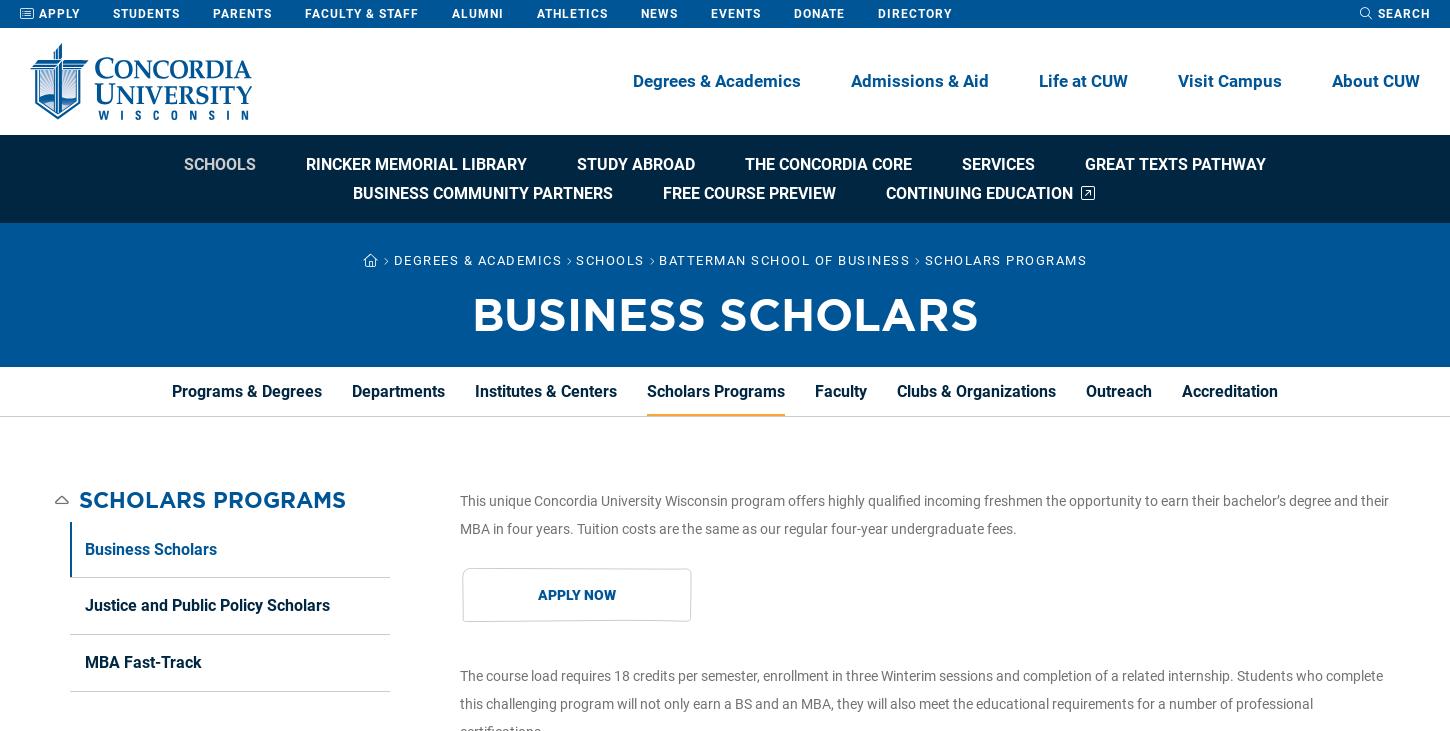 The height and width of the screenshot is (731, 1450). What do you see at coordinates (575, 594) in the screenshot?
I see `'Apply Now'` at bounding box center [575, 594].